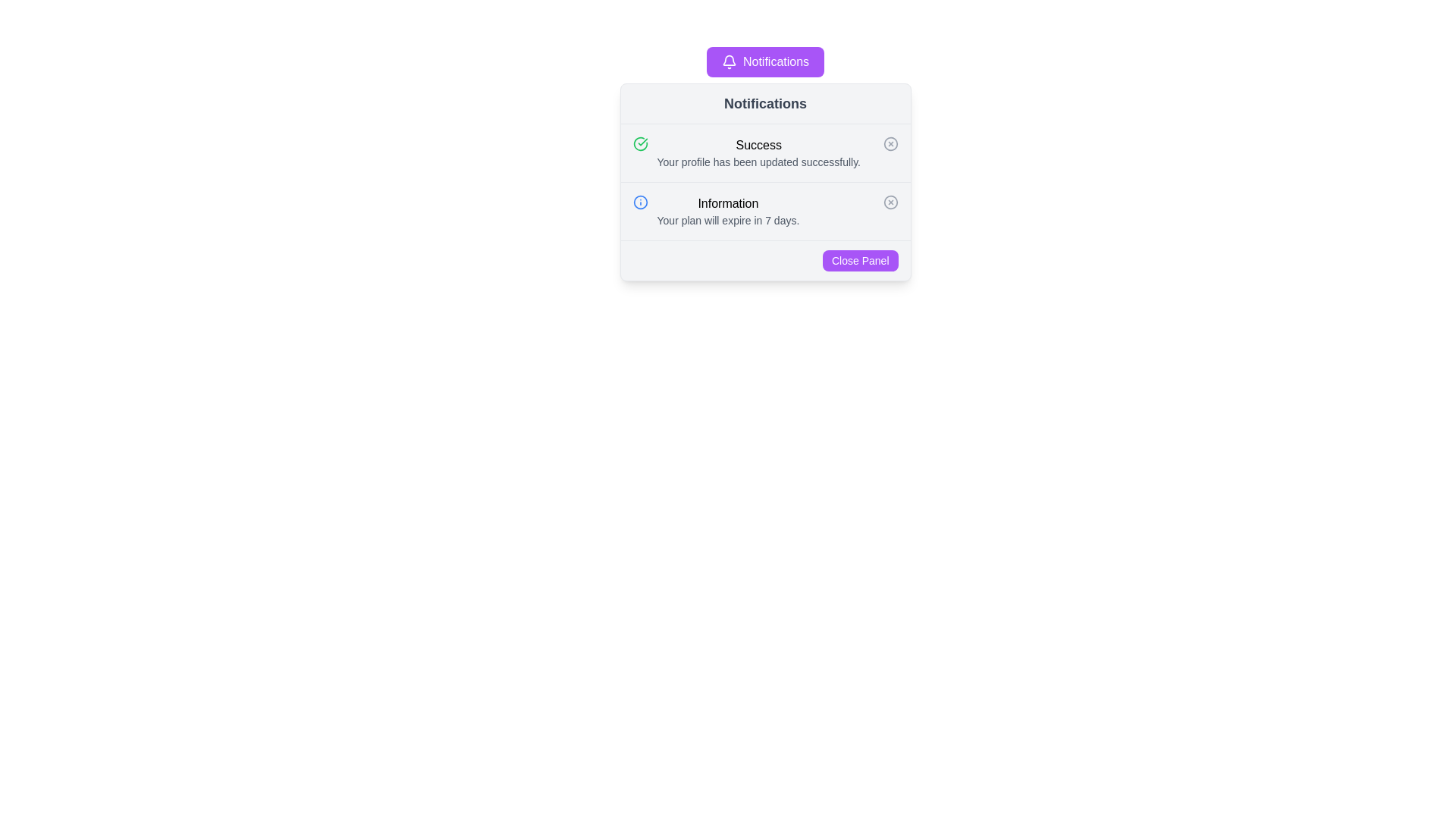  Describe the element at coordinates (758, 162) in the screenshot. I see `the confirmation message text label indicating successful profile update, located in the notification panel under the 'Success' label` at that location.